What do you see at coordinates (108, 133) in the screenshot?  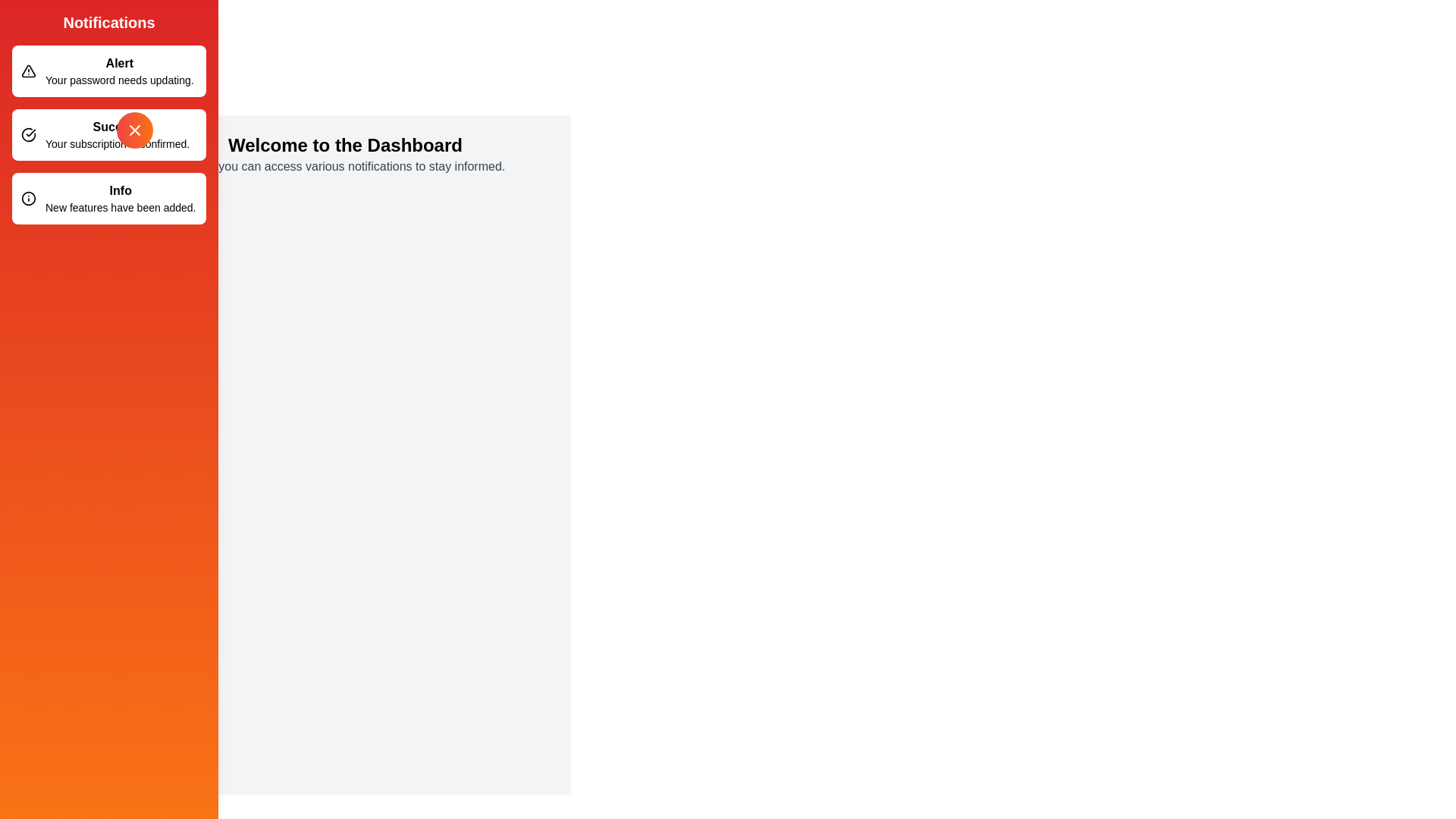 I see `the notification Success` at bounding box center [108, 133].